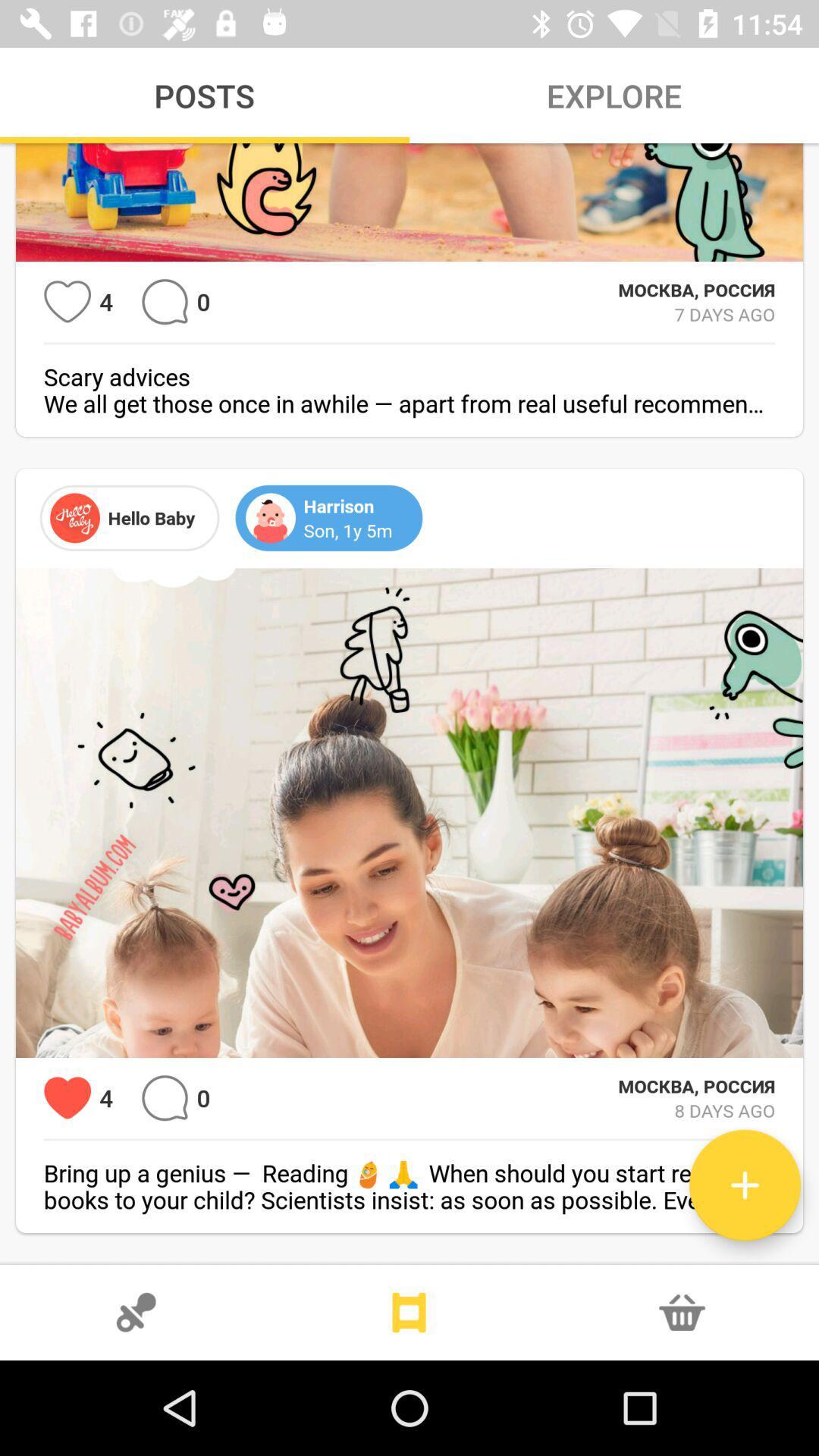 This screenshot has width=819, height=1456. What do you see at coordinates (67, 302) in the screenshot?
I see `heart post` at bounding box center [67, 302].